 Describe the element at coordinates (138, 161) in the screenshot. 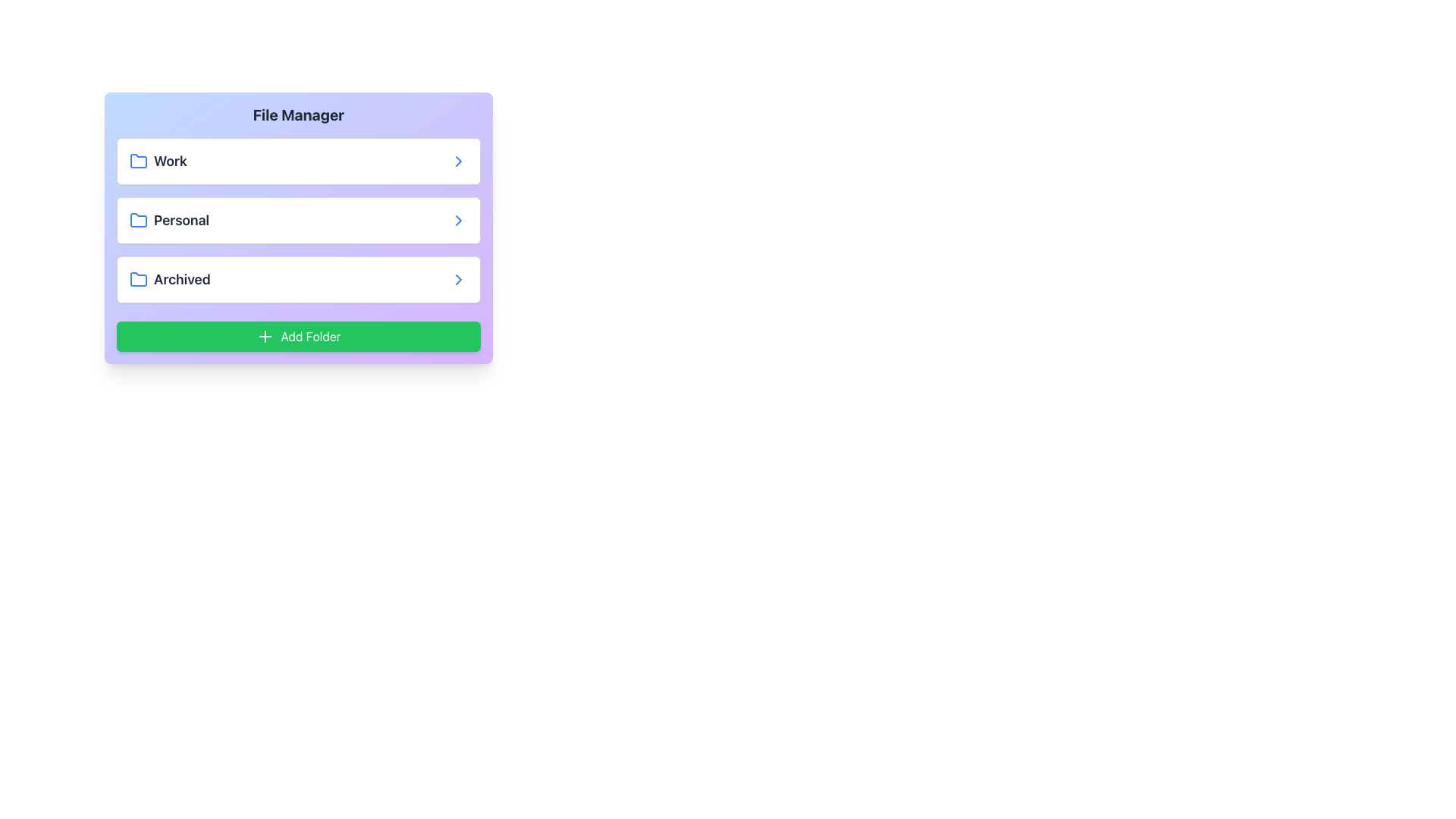

I see `the folder icon representing the 'Work' folder in the File Manager interface` at that location.